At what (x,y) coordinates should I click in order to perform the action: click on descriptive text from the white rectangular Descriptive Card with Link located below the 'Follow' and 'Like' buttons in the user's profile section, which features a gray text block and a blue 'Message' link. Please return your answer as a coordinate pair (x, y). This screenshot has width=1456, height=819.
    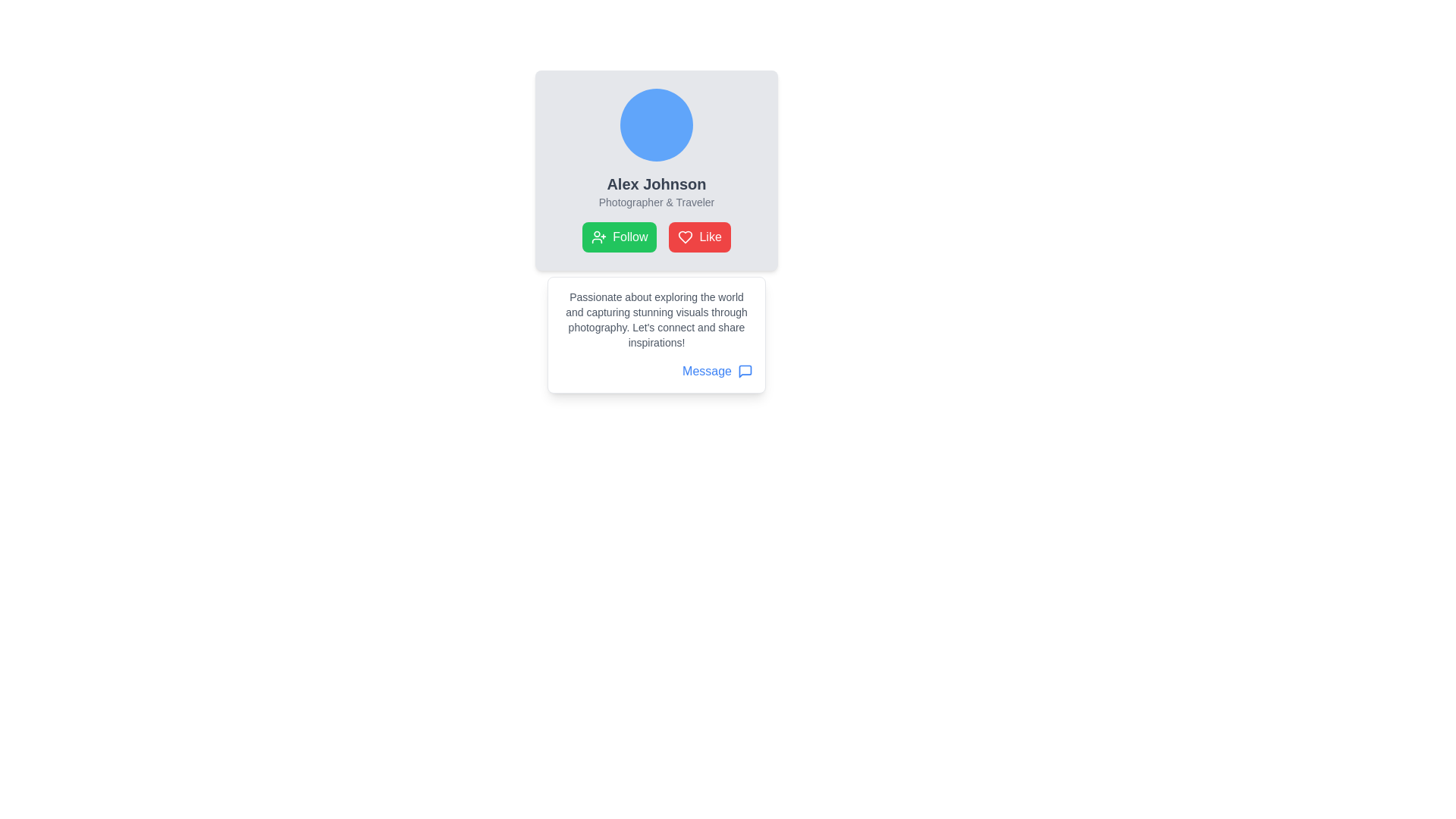
    Looking at the image, I should click on (656, 334).